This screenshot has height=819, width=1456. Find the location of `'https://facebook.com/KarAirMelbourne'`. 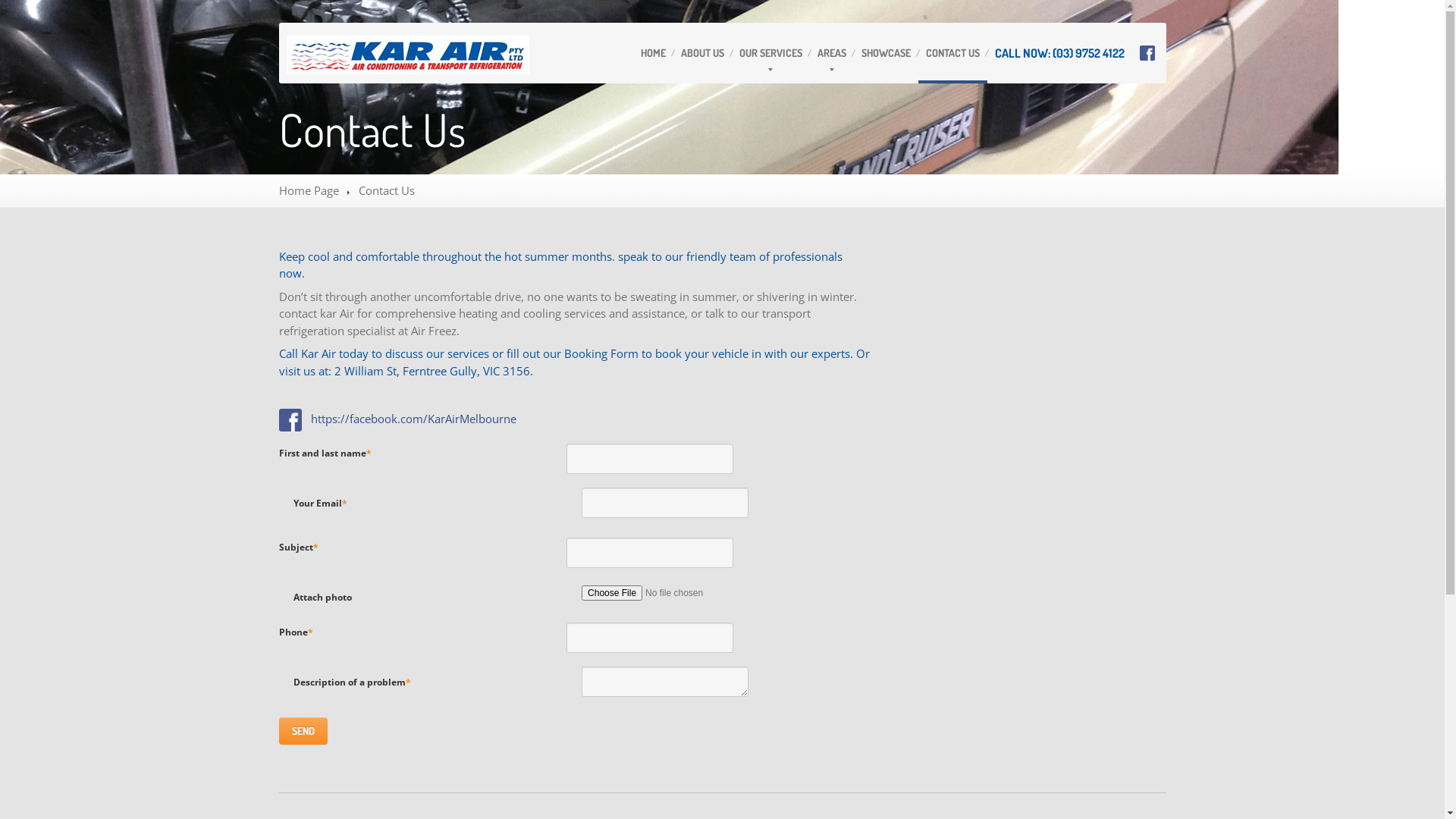

'https://facebook.com/KarAirMelbourne' is located at coordinates (413, 418).